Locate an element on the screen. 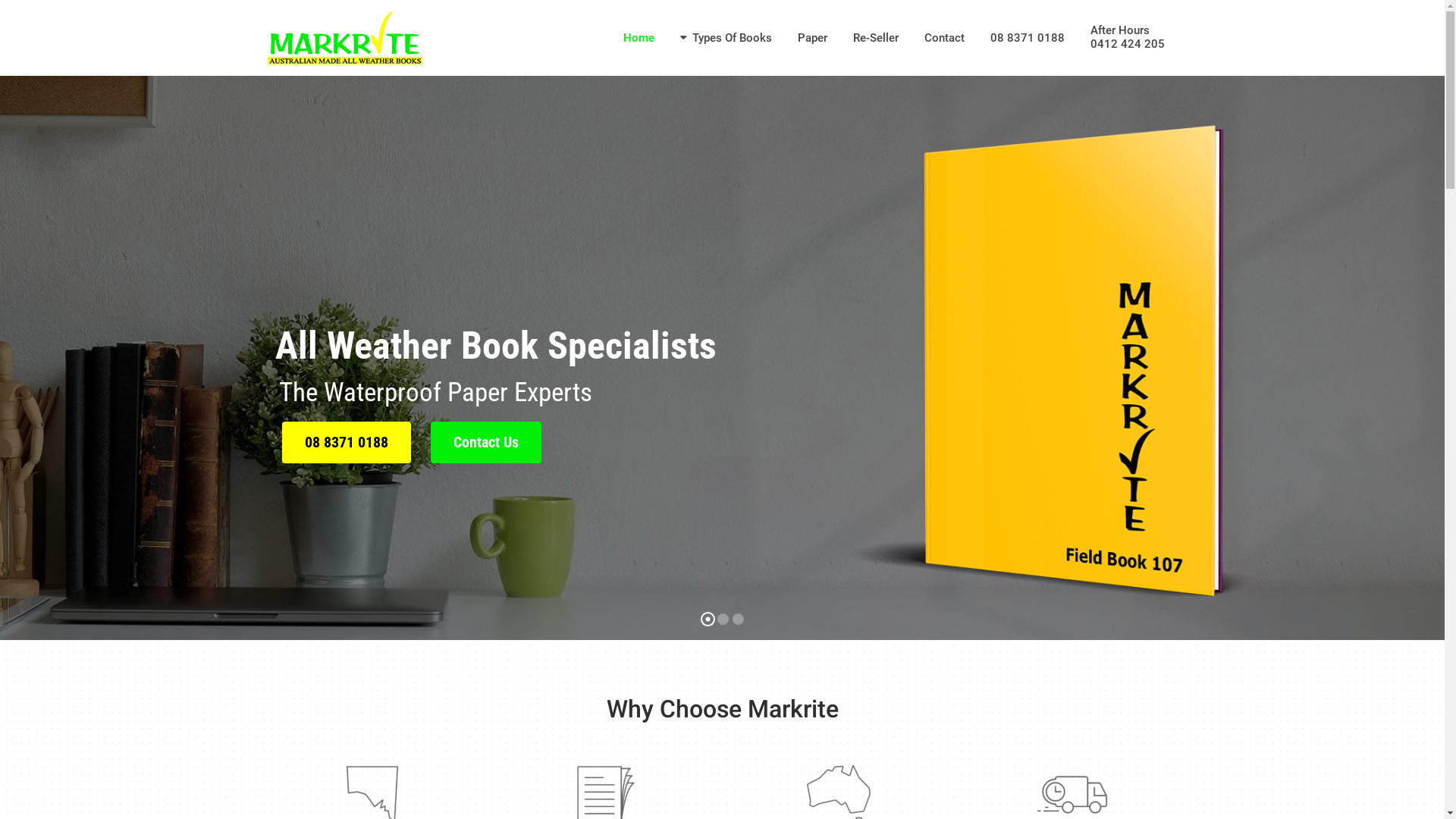 Image resolution: width=1456 pixels, height=819 pixels. 'Home' is located at coordinates (638, 37).